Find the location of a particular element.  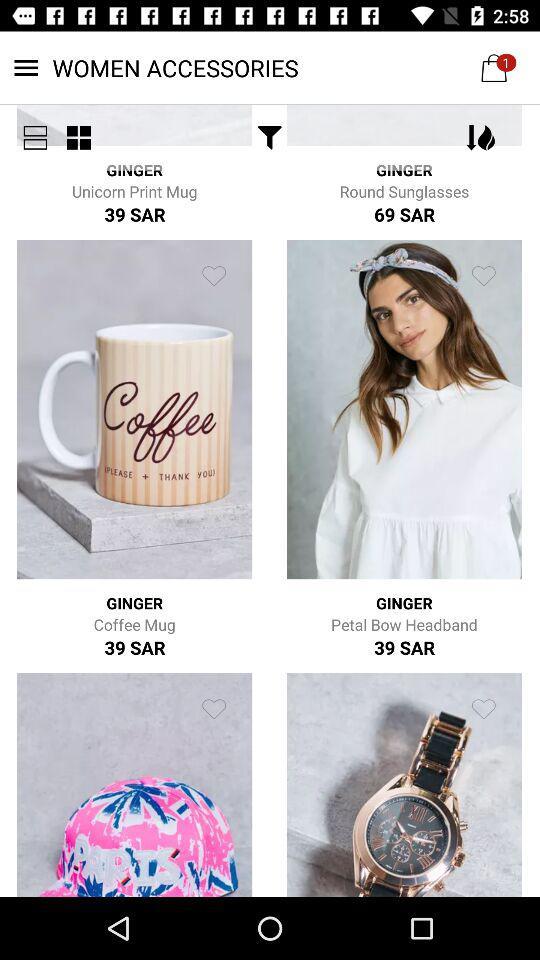

the menu icon is located at coordinates (35, 136).